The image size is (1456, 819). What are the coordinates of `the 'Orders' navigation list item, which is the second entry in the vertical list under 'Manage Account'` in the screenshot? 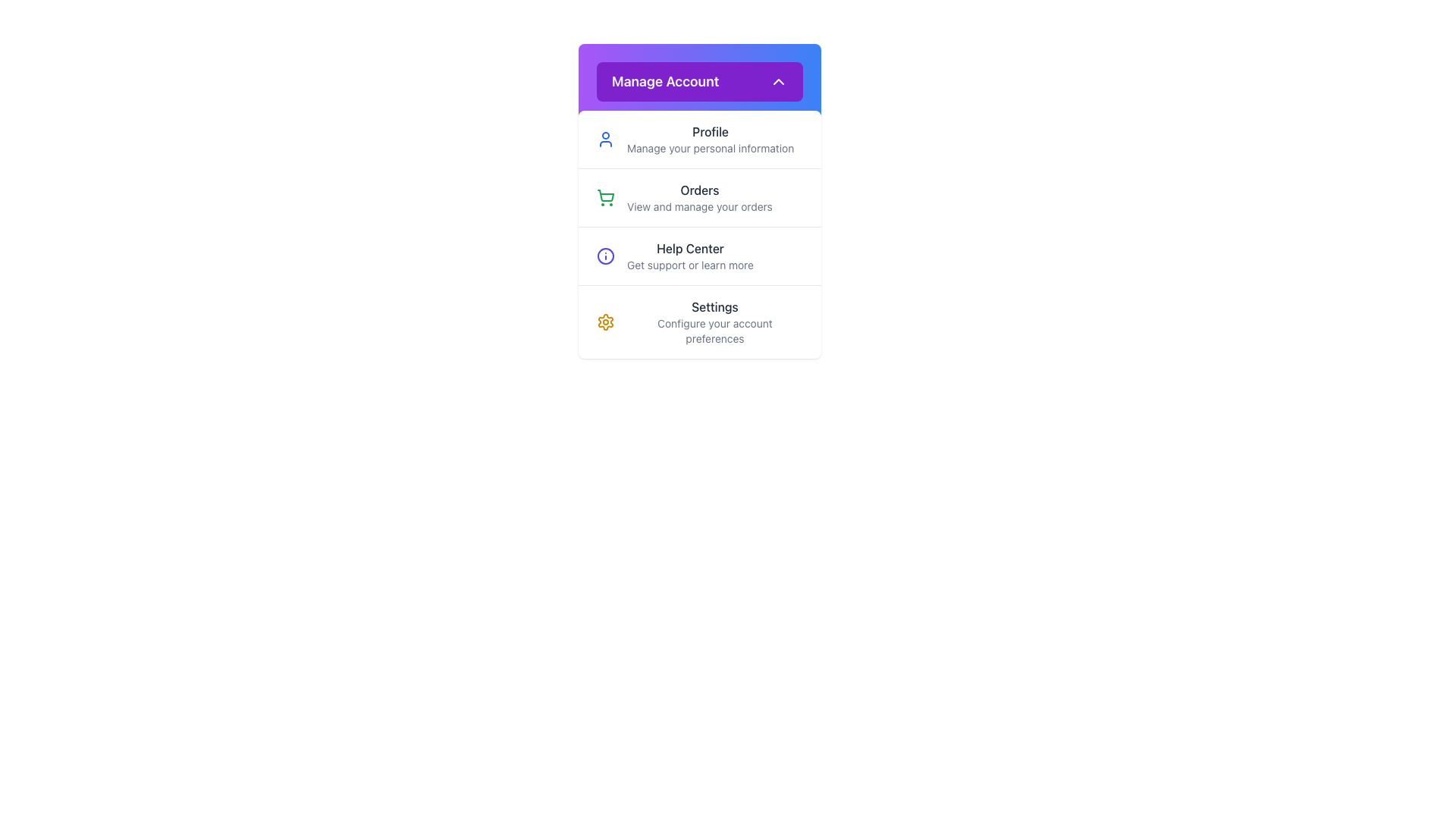 It's located at (698, 196).